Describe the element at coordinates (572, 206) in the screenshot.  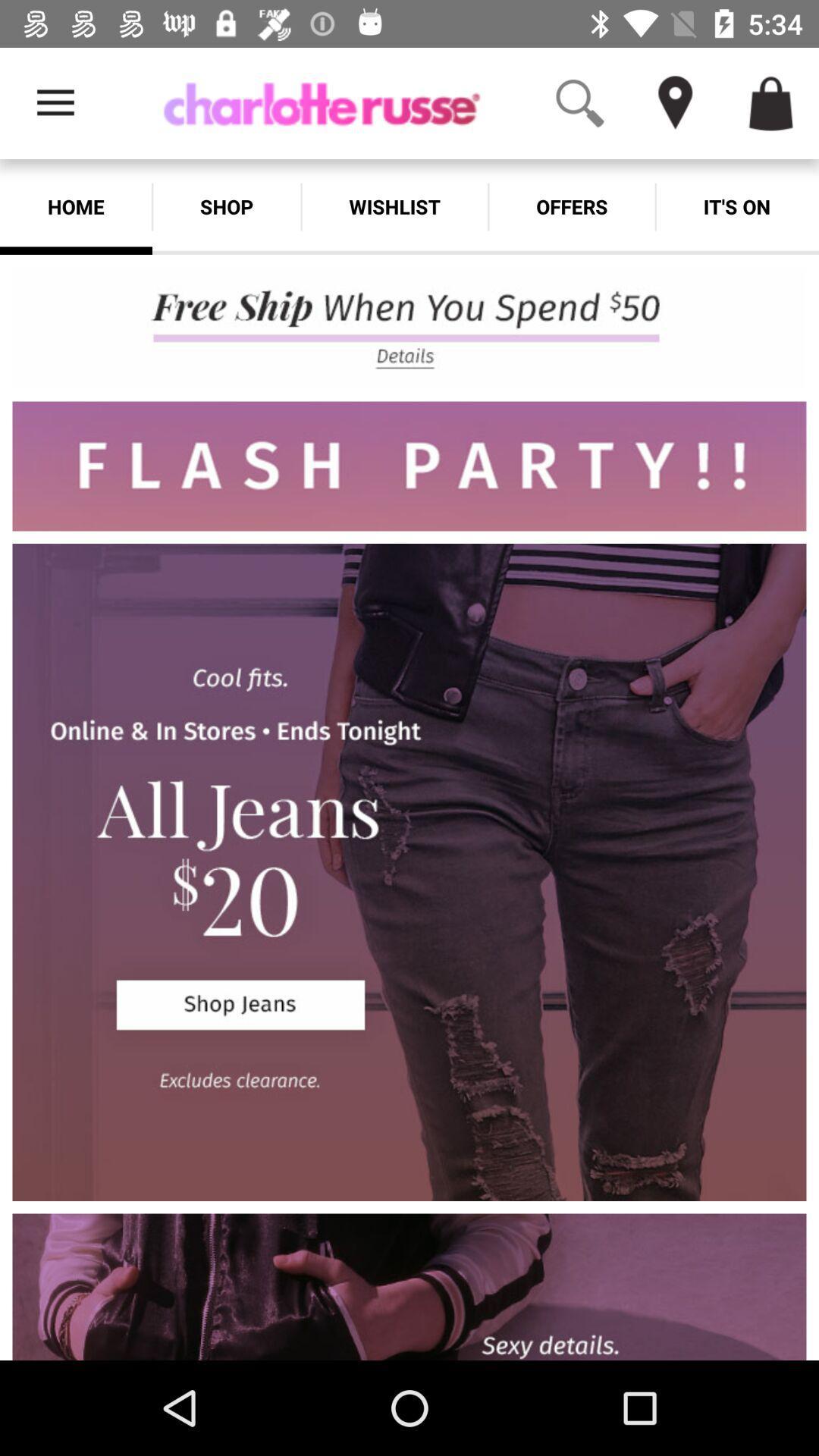
I see `the icon next to wishlist icon` at that location.